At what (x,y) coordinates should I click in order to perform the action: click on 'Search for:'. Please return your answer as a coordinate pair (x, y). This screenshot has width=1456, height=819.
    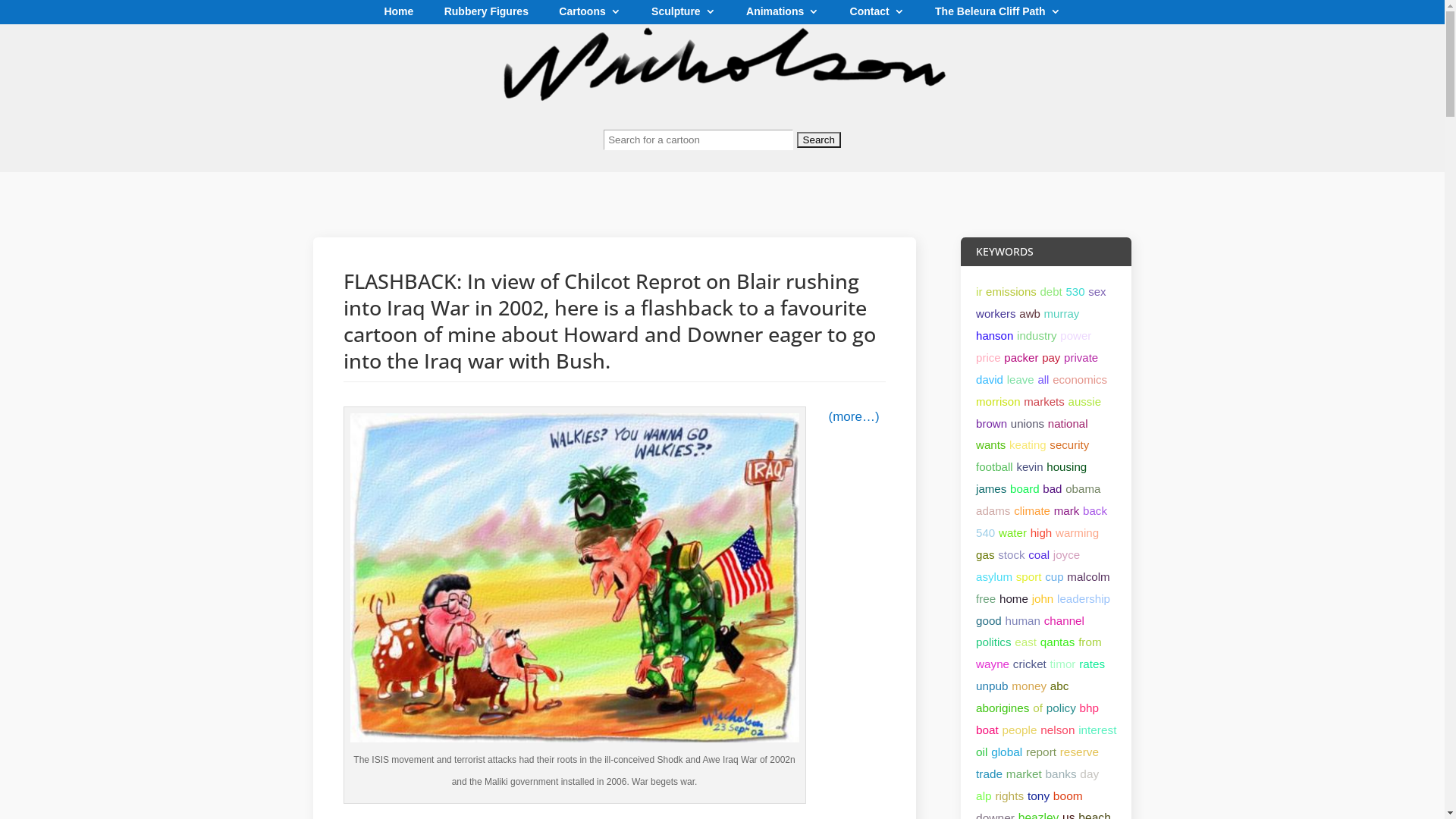
    Looking at the image, I should click on (721, 146).